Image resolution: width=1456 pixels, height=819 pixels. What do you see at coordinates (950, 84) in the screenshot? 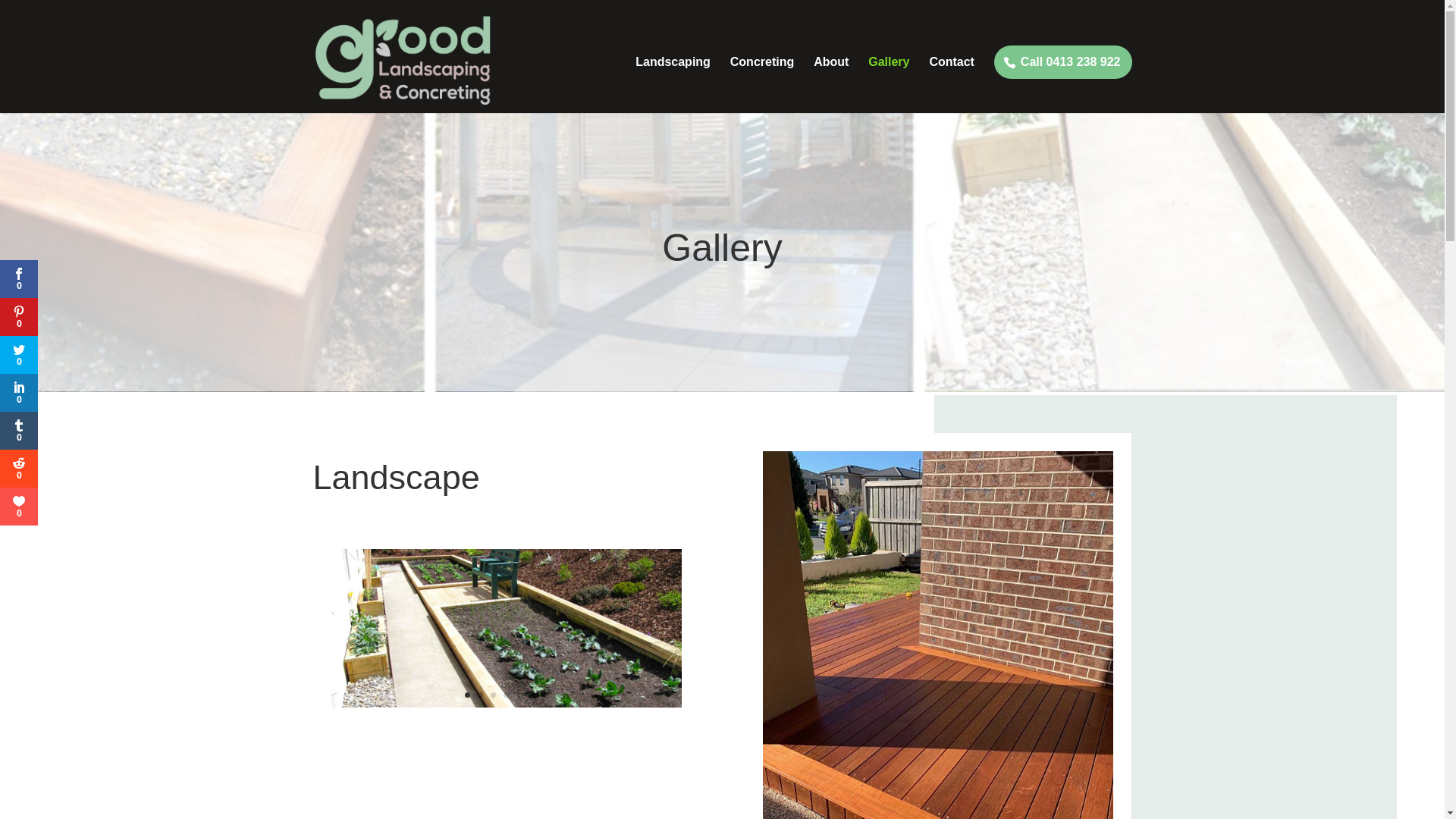
I see `'Contact'` at bounding box center [950, 84].